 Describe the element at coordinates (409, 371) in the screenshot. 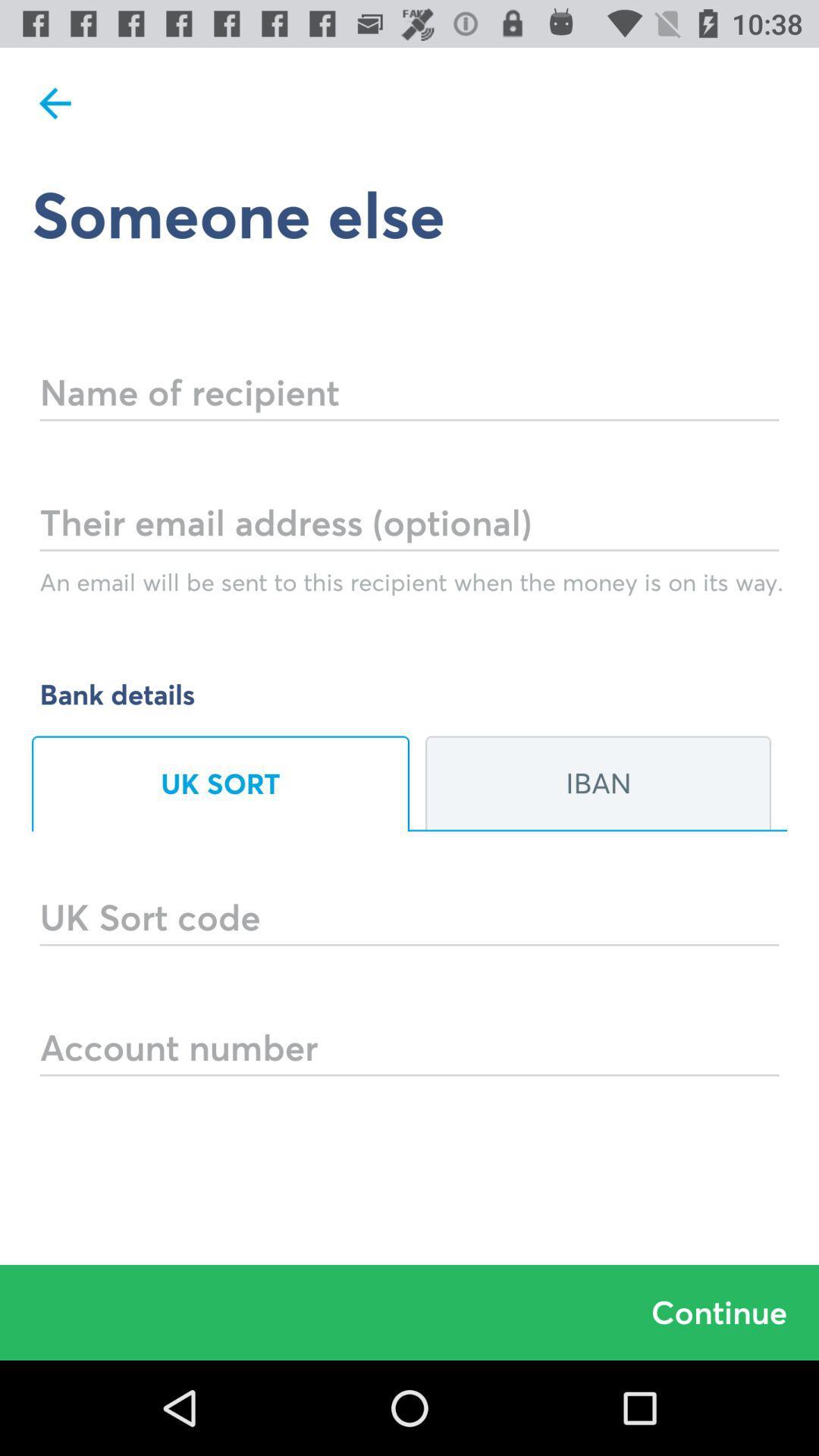

I see `first blank` at that location.